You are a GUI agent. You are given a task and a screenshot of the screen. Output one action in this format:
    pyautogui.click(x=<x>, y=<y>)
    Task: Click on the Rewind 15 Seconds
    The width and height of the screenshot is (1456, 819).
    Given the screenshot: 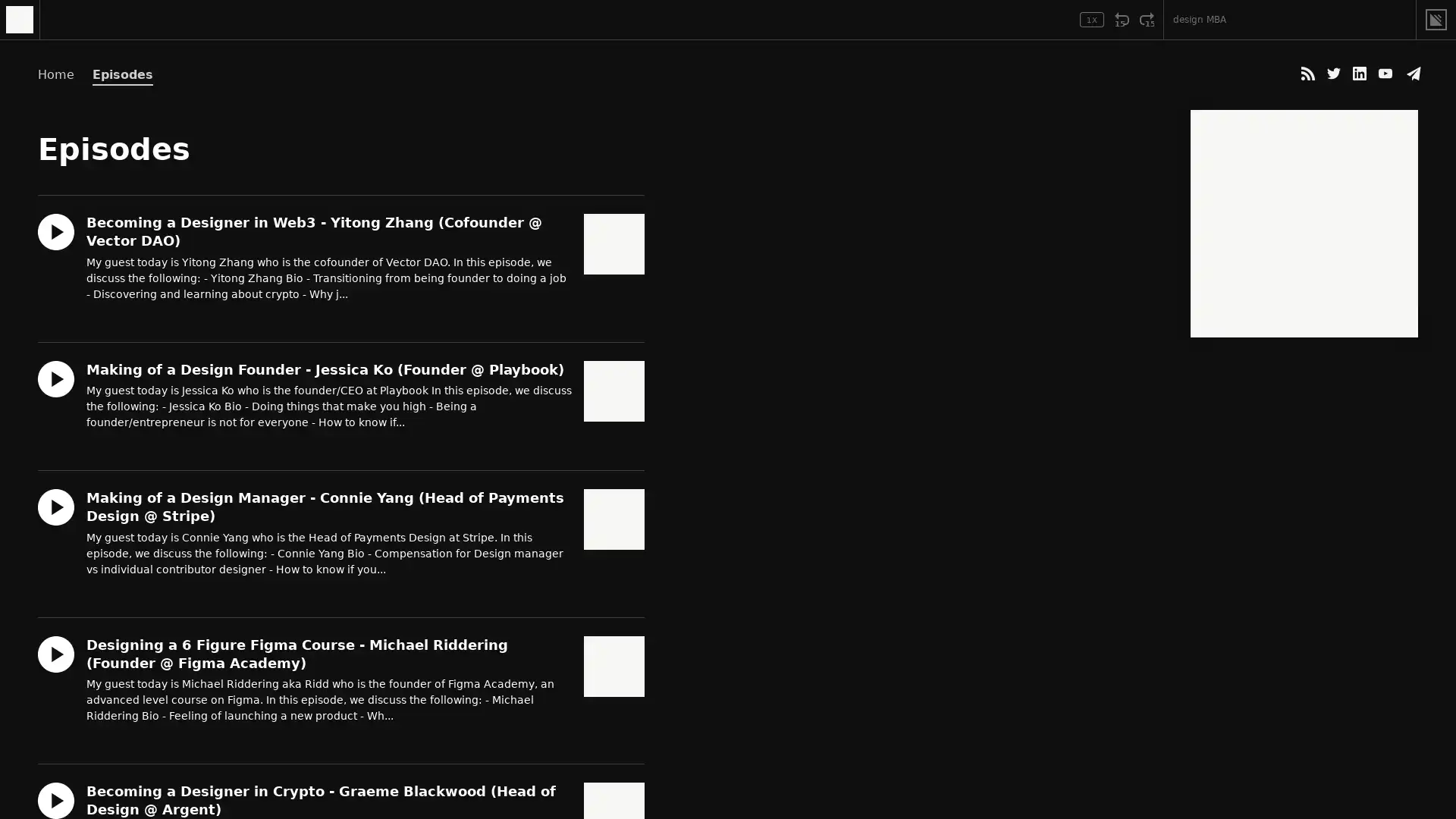 What is the action you would take?
    pyautogui.click(x=1122, y=20)
    